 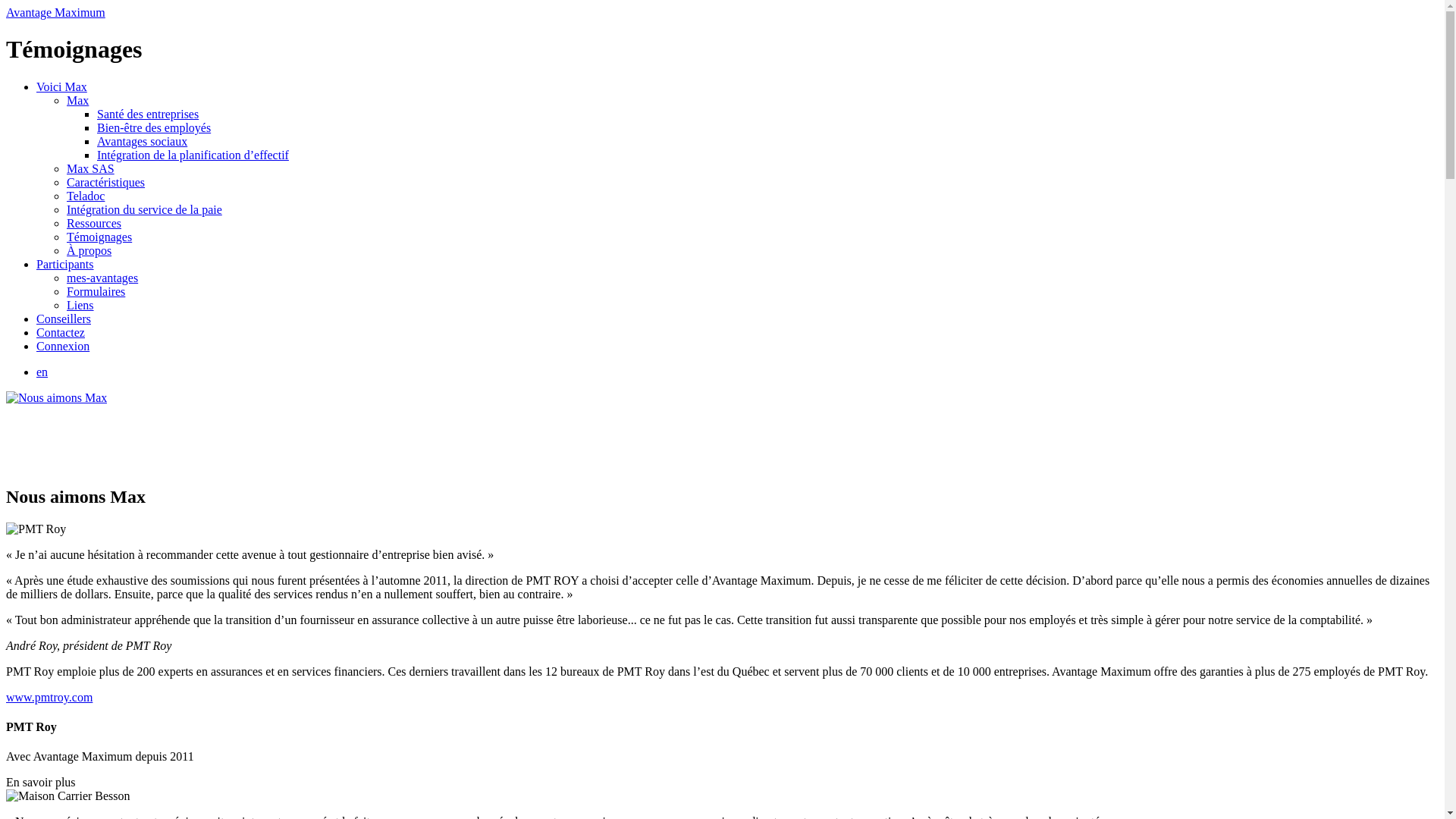 I want to click on 'Voici Max', so click(x=36, y=86).